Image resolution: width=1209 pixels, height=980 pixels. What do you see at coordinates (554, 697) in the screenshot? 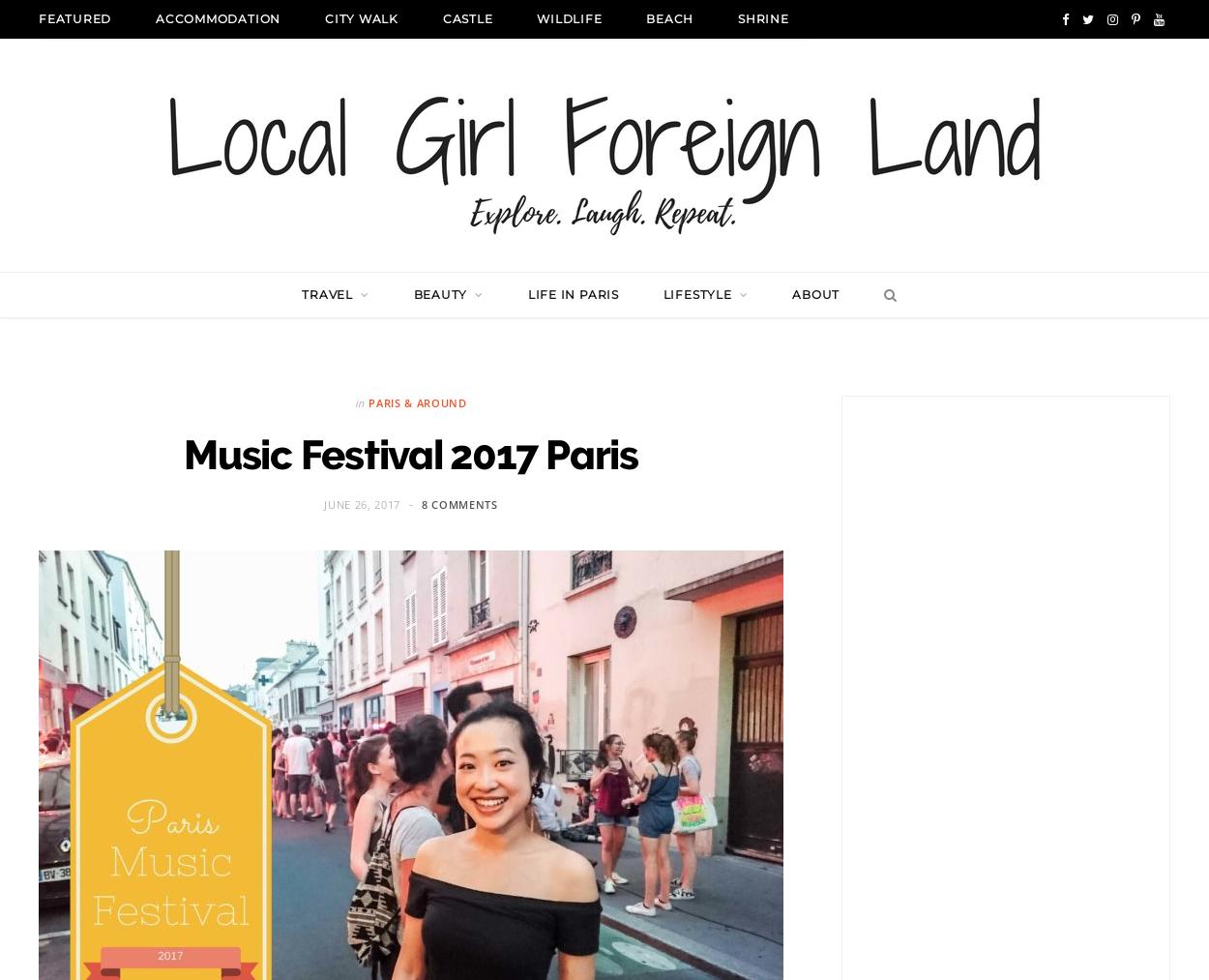
I see `'Spain'` at bounding box center [554, 697].